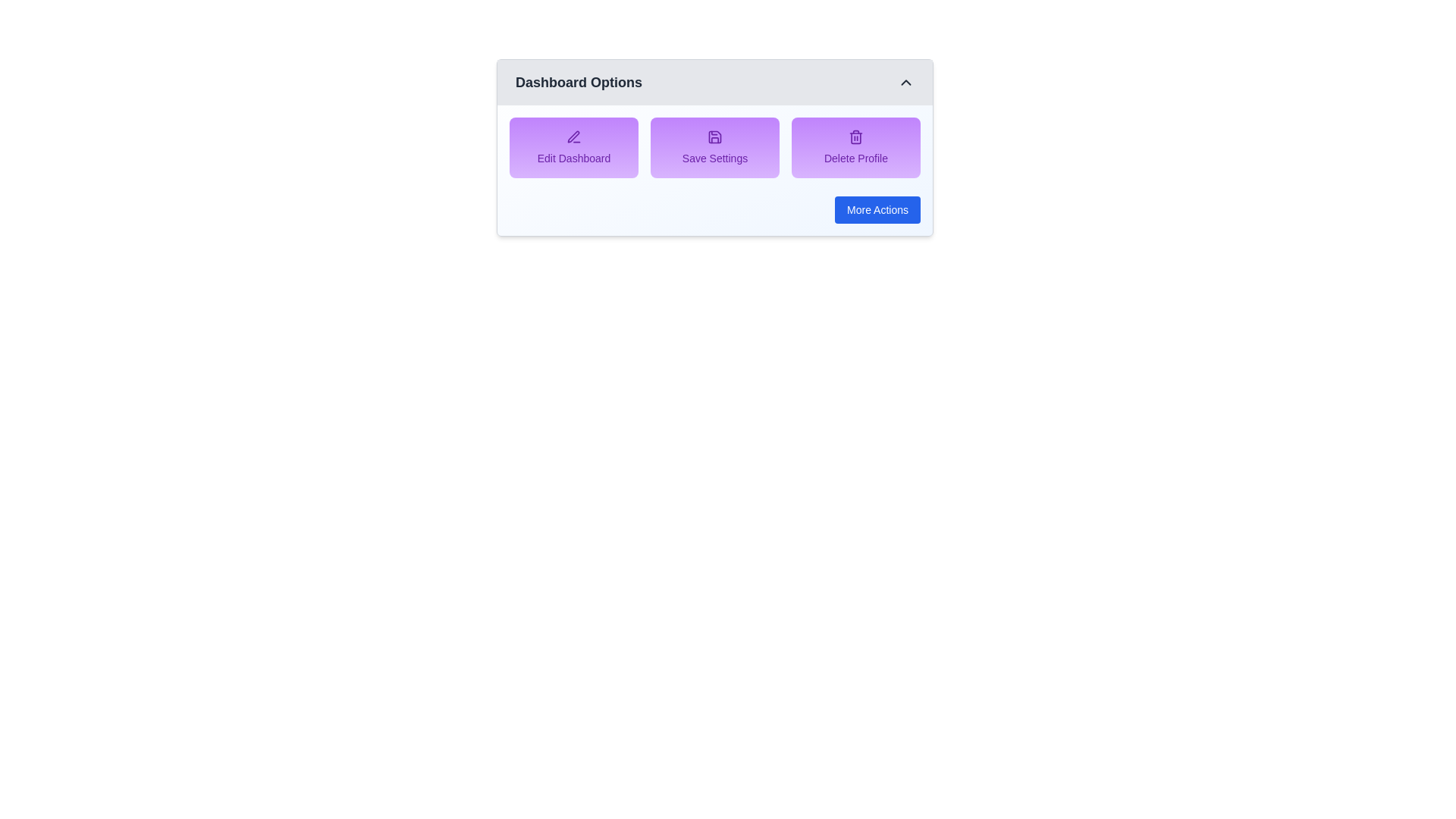 This screenshot has width=1456, height=819. I want to click on the 'Delete Profile' option in the dashboard menu, so click(855, 148).